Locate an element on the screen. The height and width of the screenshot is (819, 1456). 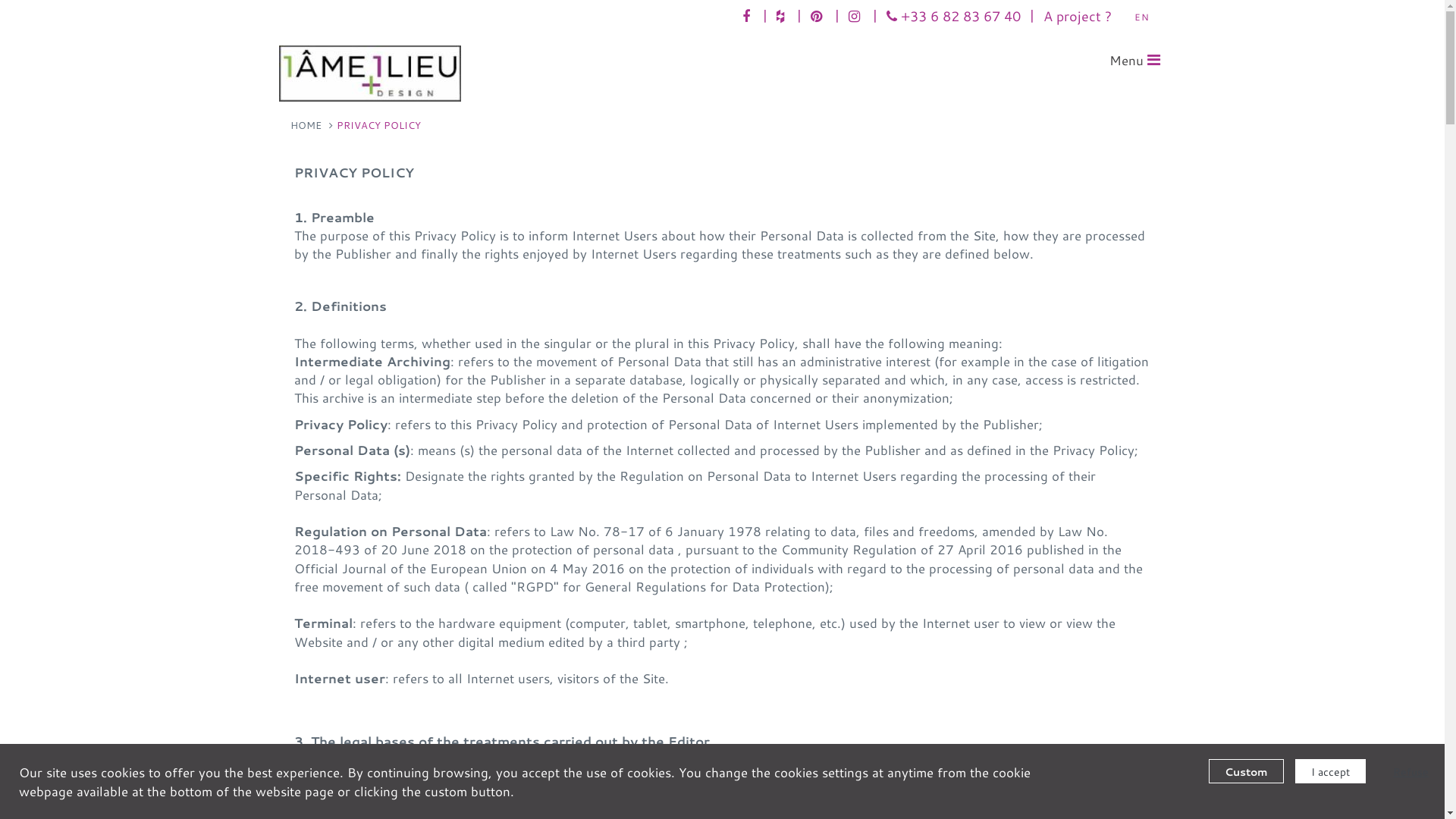
'HOME' is located at coordinates (304, 124).